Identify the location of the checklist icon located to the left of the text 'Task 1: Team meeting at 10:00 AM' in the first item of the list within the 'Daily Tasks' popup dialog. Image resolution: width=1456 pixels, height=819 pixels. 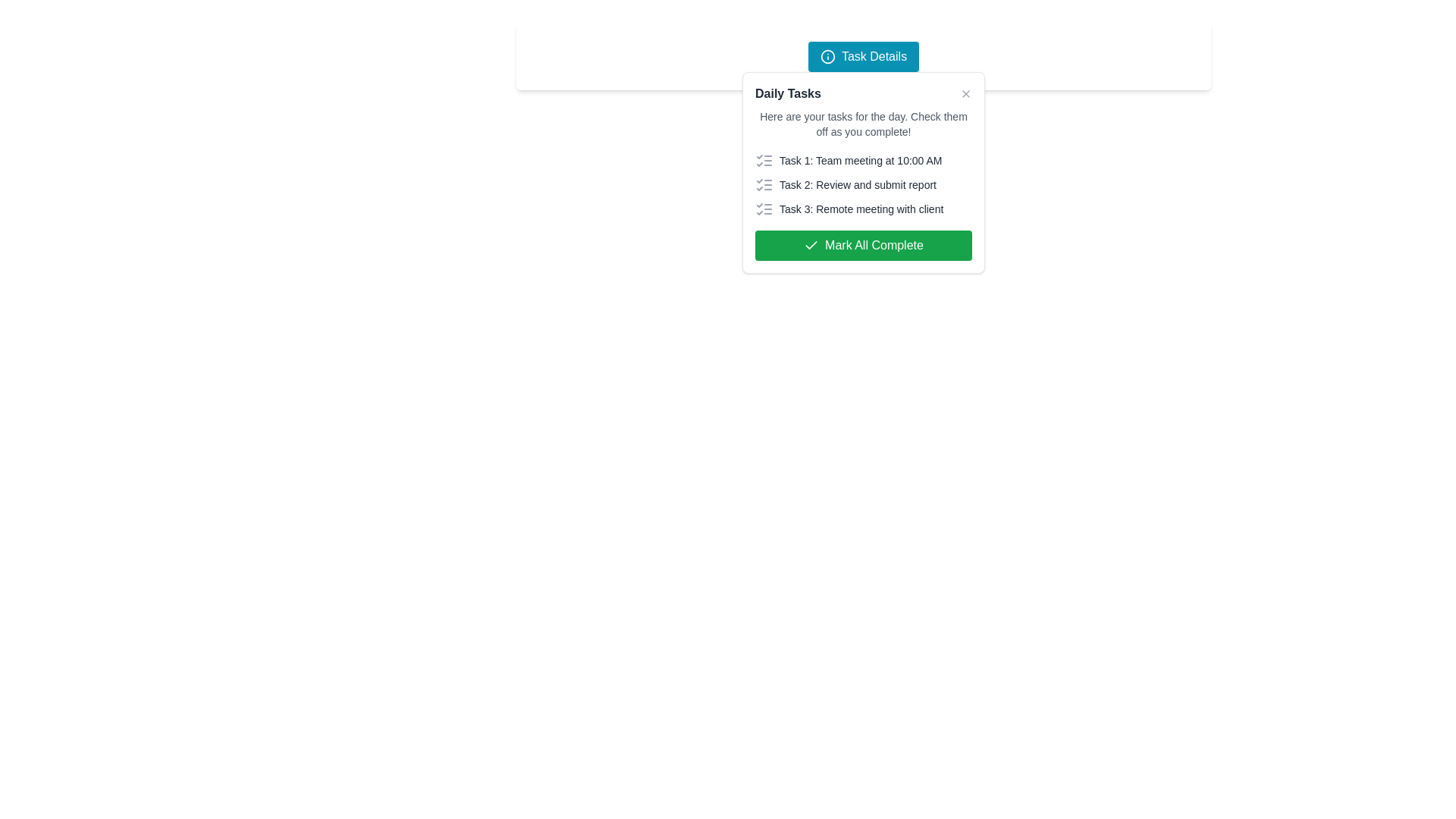
(764, 161).